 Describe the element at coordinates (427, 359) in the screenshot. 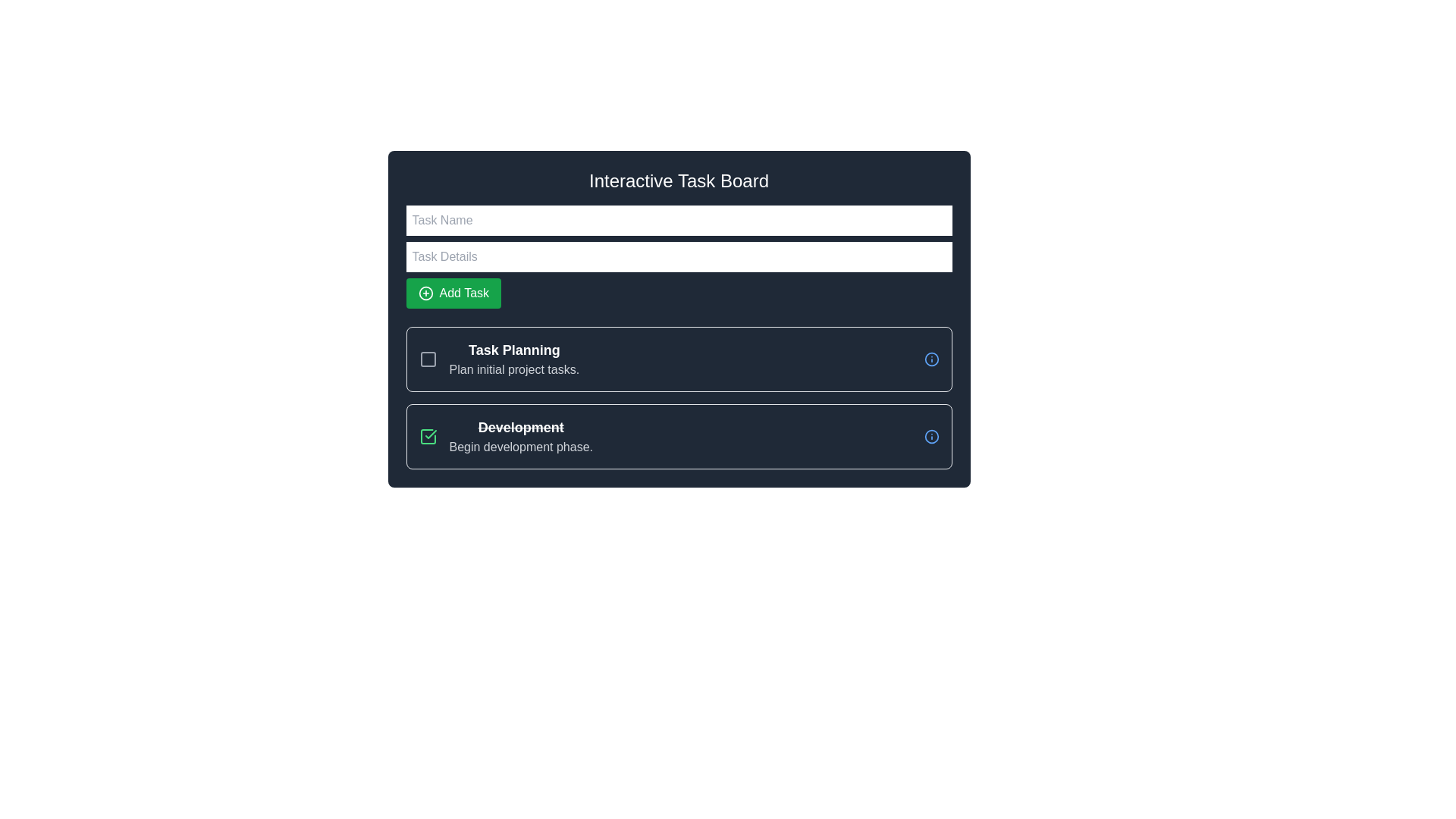

I see `the empty checkbox located on the far left of the 'Task Planning' entry` at that location.